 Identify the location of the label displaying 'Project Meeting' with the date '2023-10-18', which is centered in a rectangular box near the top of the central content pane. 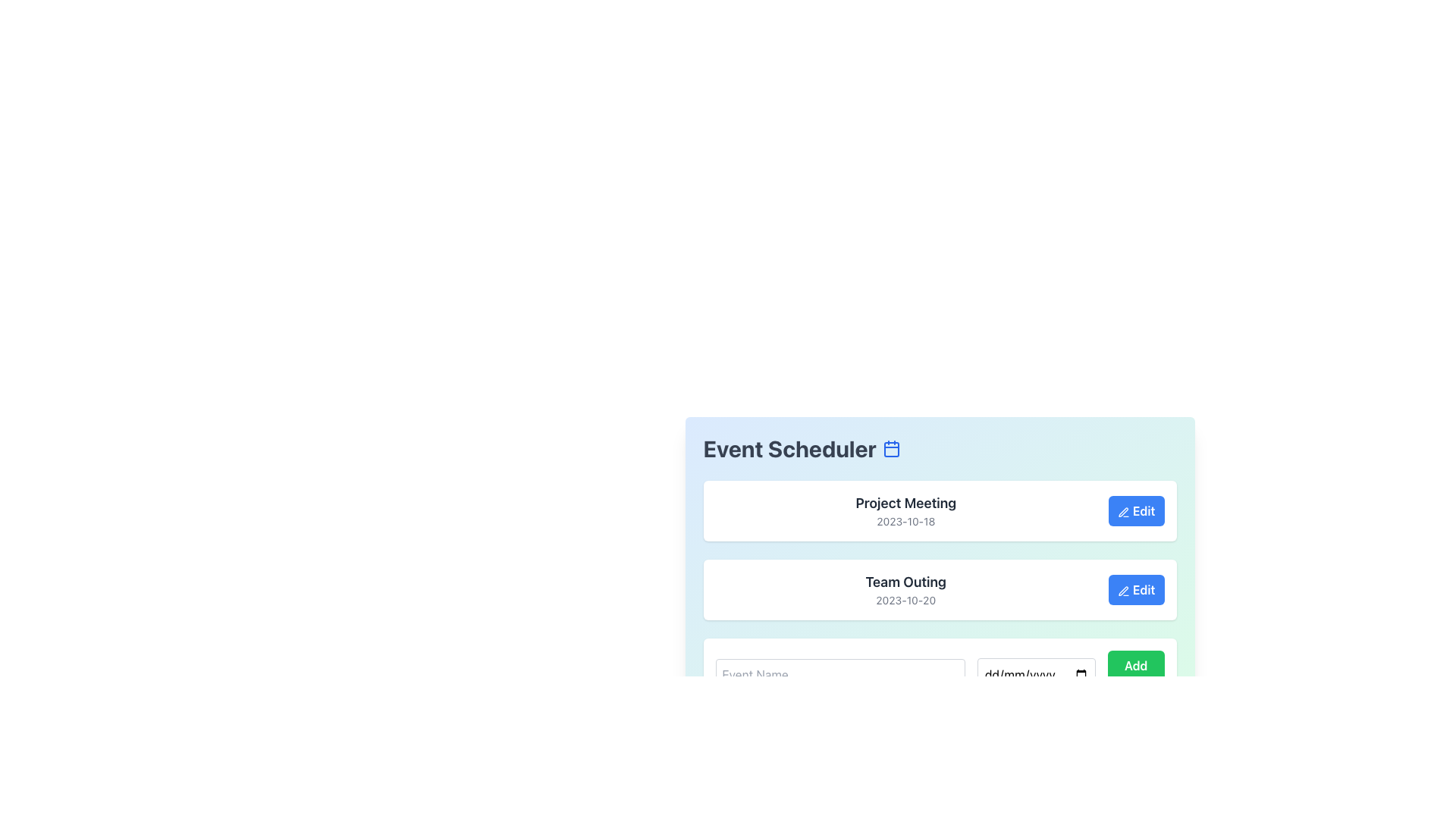
(905, 511).